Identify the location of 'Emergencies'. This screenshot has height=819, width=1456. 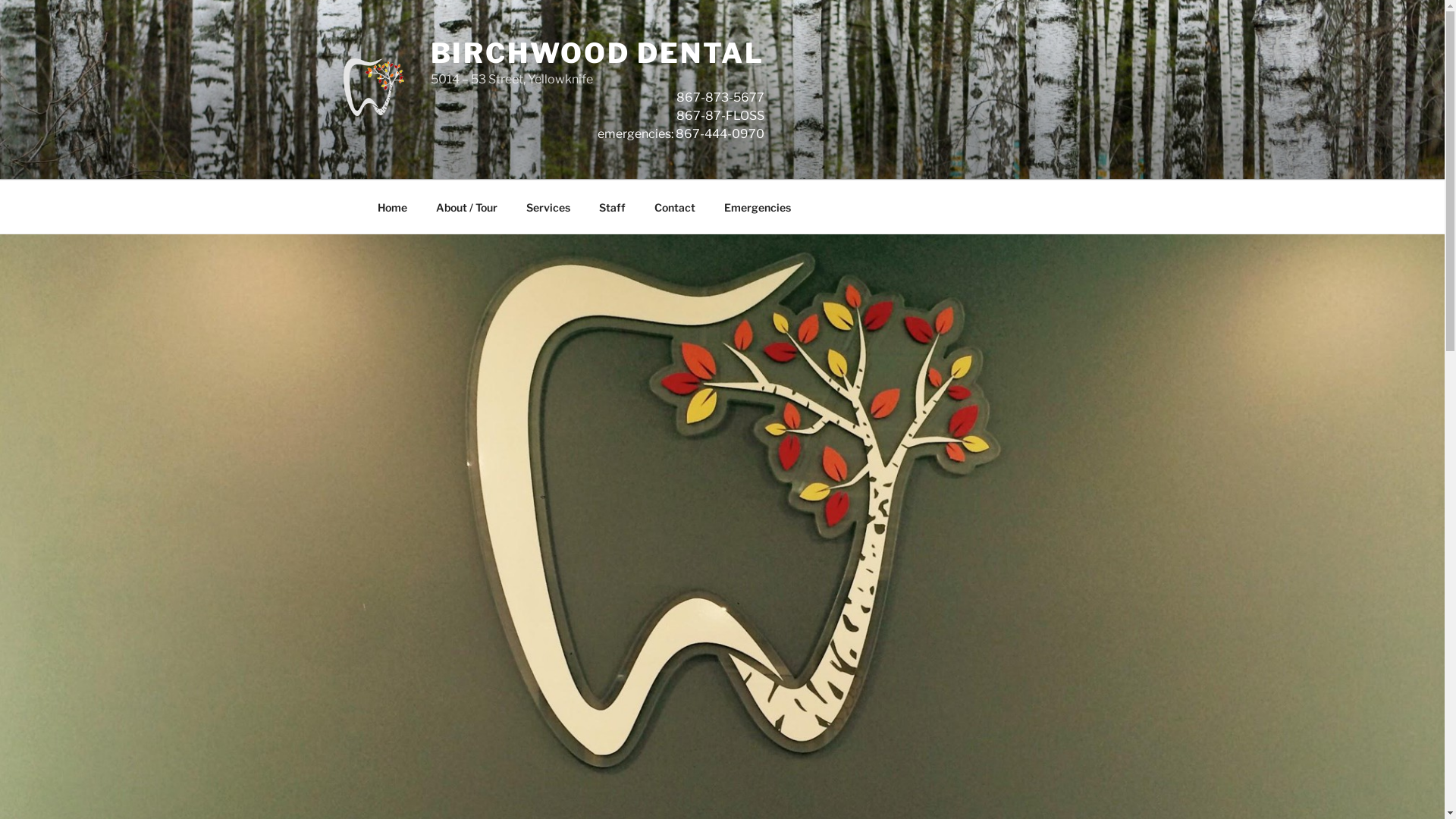
(758, 206).